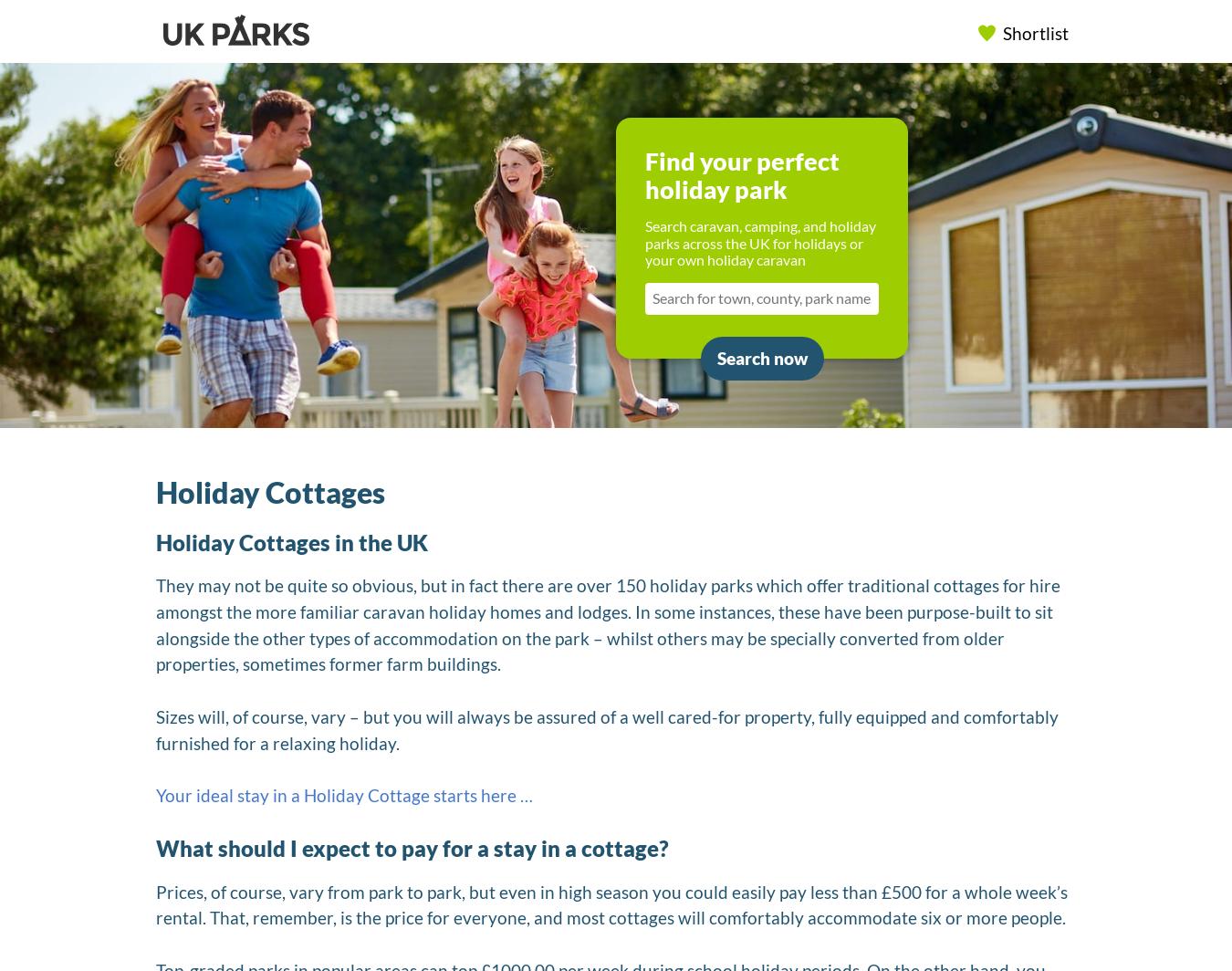 The height and width of the screenshot is (971, 1232). What do you see at coordinates (608, 624) in the screenshot?
I see `'They may not be quite so obvious, but in fact there are over 150 holiday parks which offer traditional cottages for hire amongst the more familiar caravan holiday homes and lodges. In some instances, these have been purpose-built to sit alongside the other types of accommodation on the park – whilst others may be specially converted from older properties, sometimes former farm buildings.'` at bounding box center [608, 624].